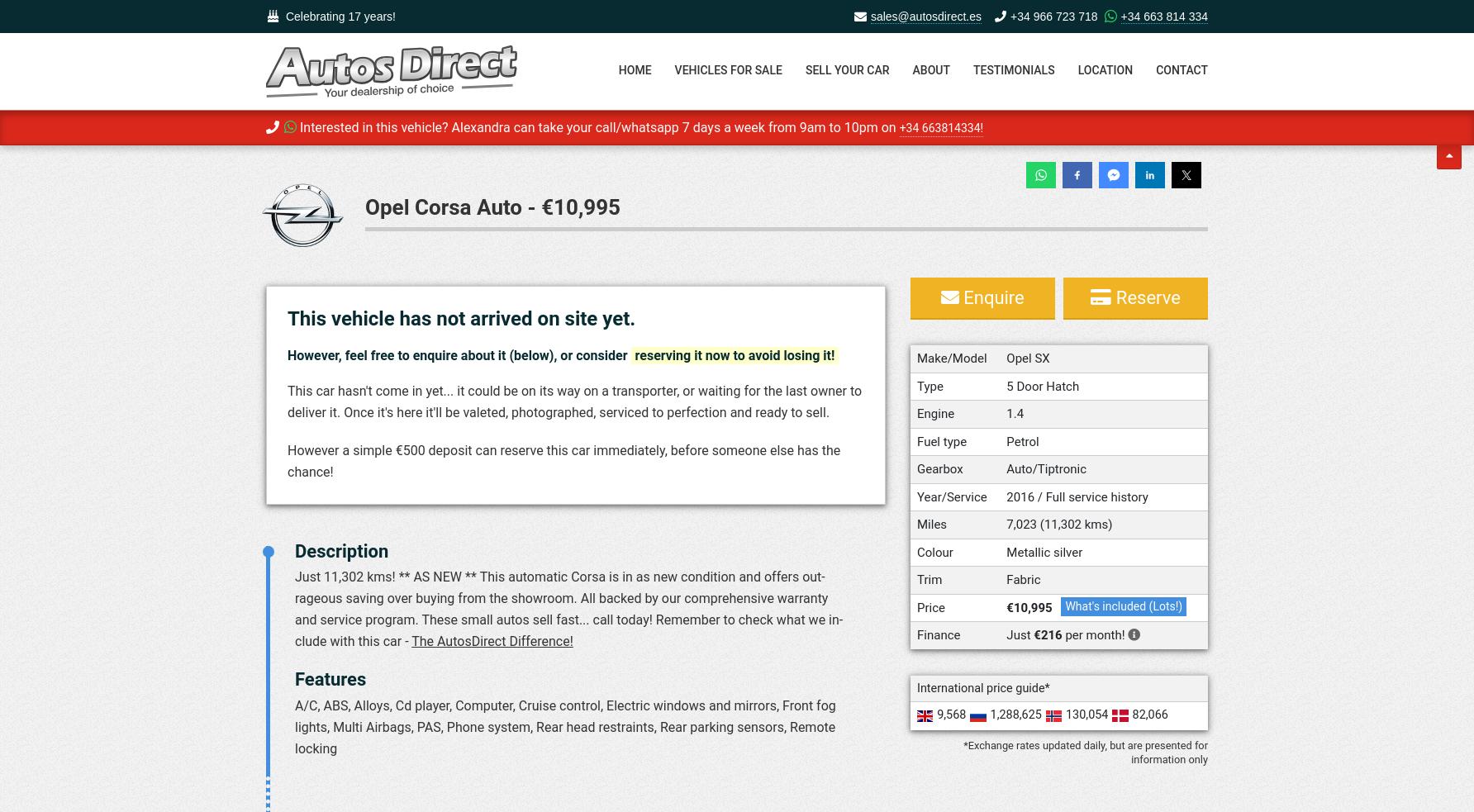 Image resolution: width=1474 pixels, height=812 pixels. I want to click on 'Sell your car', so click(846, 69).